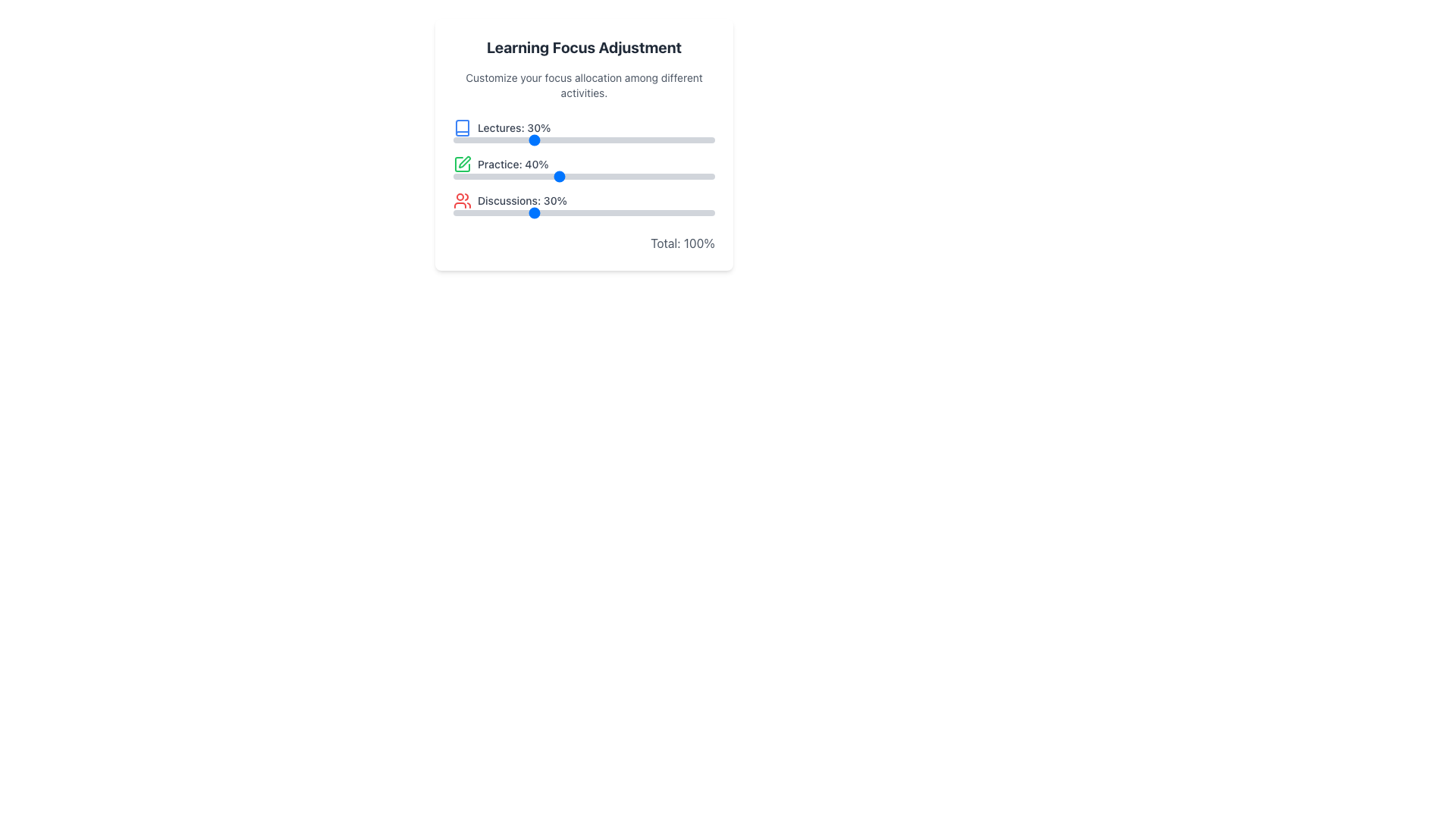  Describe the element at coordinates (513, 164) in the screenshot. I see `the static text label that reads 'Practice: 40%', which is the second entry in a vertical list of focus categories, positioned between 'Lectures: 30%' and 'Discussions: 30%', with a green square icon on its left` at that location.